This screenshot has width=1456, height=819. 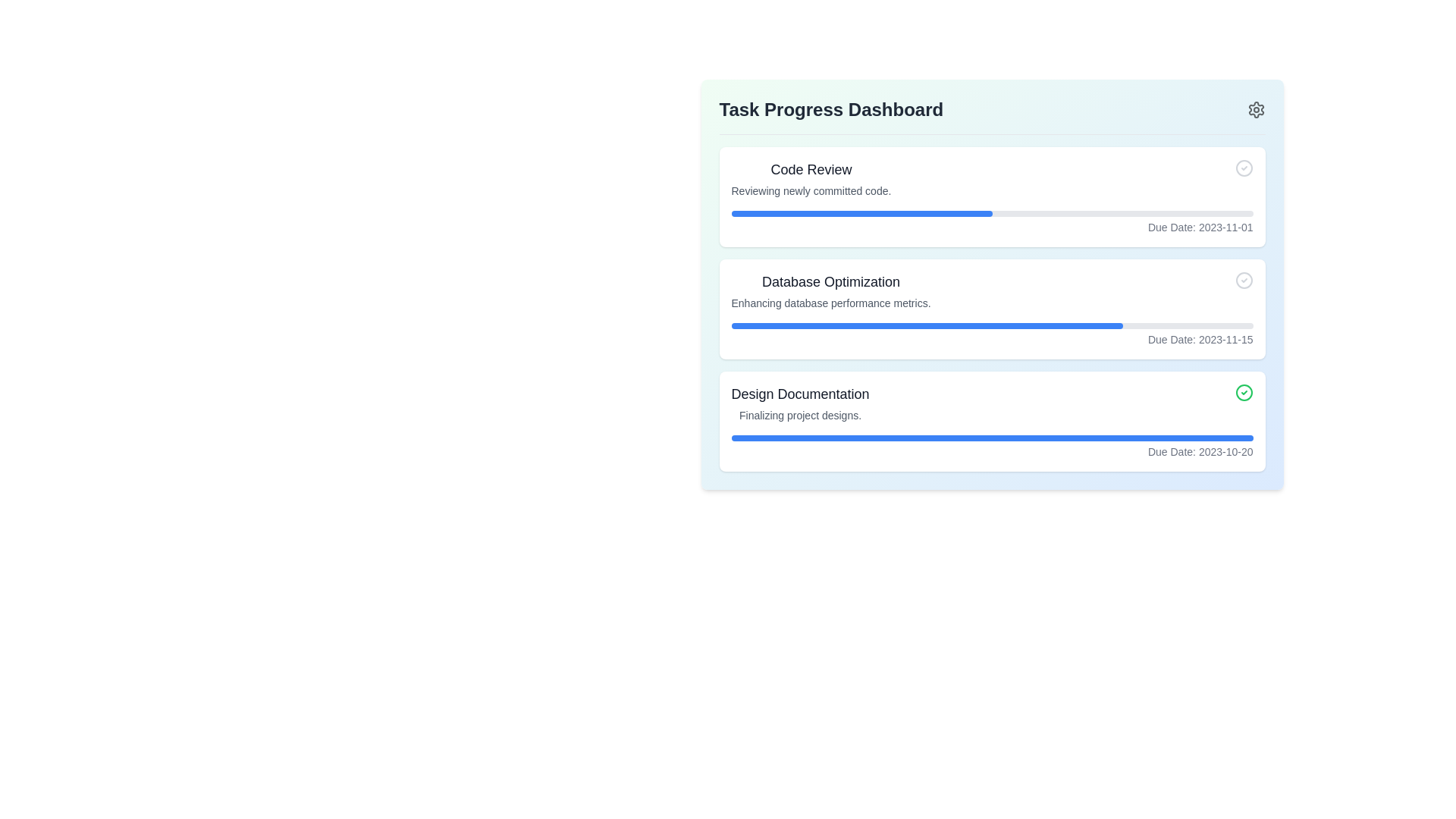 What do you see at coordinates (992, 213) in the screenshot?
I see `the horizontal progress bar located in the 'Code Review' section of the task progress dashboard, beneath the section's title and description` at bounding box center [992, 213].